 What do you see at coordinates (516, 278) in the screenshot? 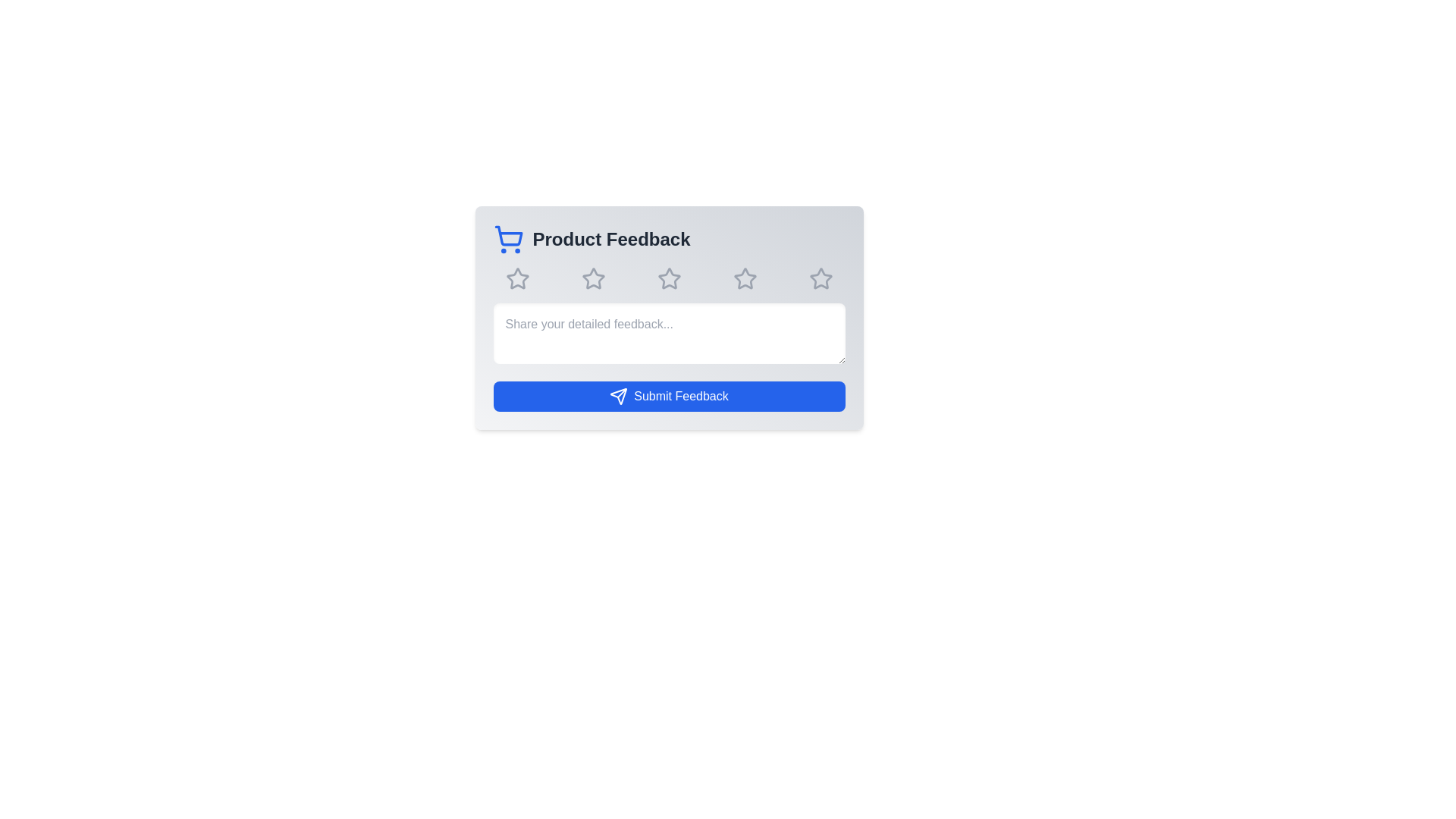
I see `the first star-shaped rating icon, which has a hollow center and is gray, to set the rating for the product feedback` at bounding box center [516, 278].